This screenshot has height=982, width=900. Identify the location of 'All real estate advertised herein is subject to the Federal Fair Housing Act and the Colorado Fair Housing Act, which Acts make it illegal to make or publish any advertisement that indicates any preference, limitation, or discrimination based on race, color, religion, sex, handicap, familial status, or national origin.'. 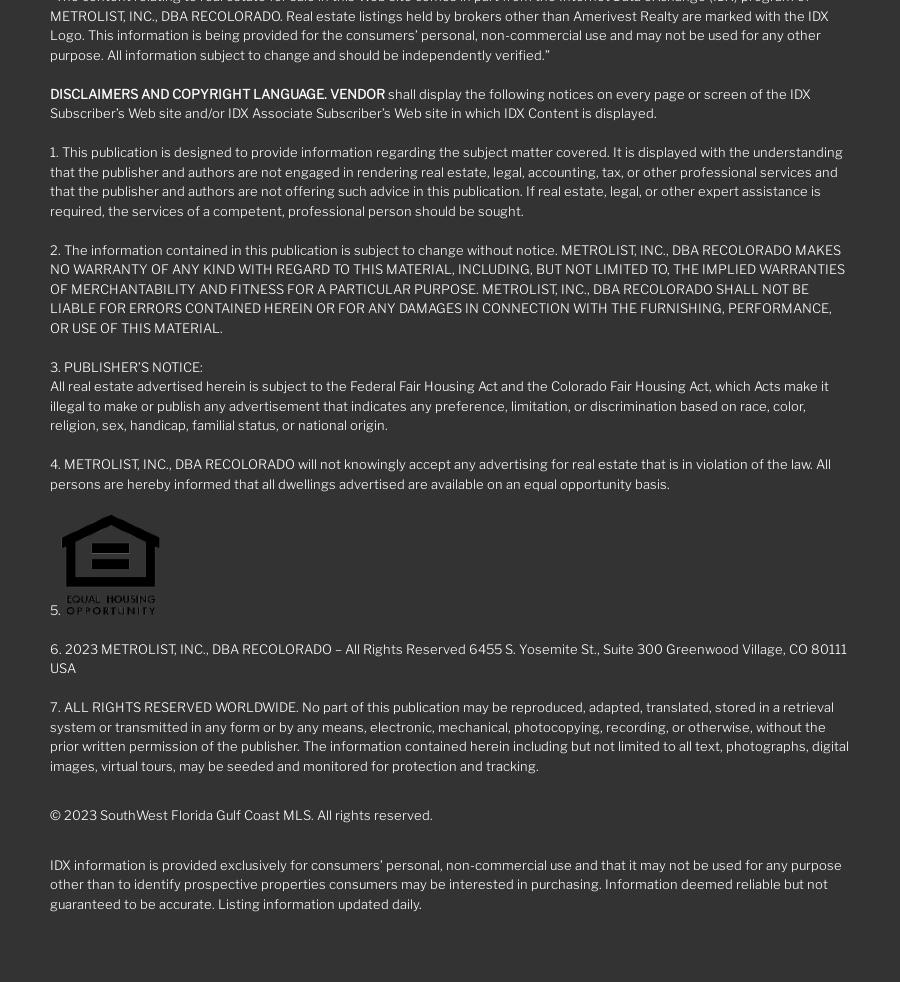
(439, 405).